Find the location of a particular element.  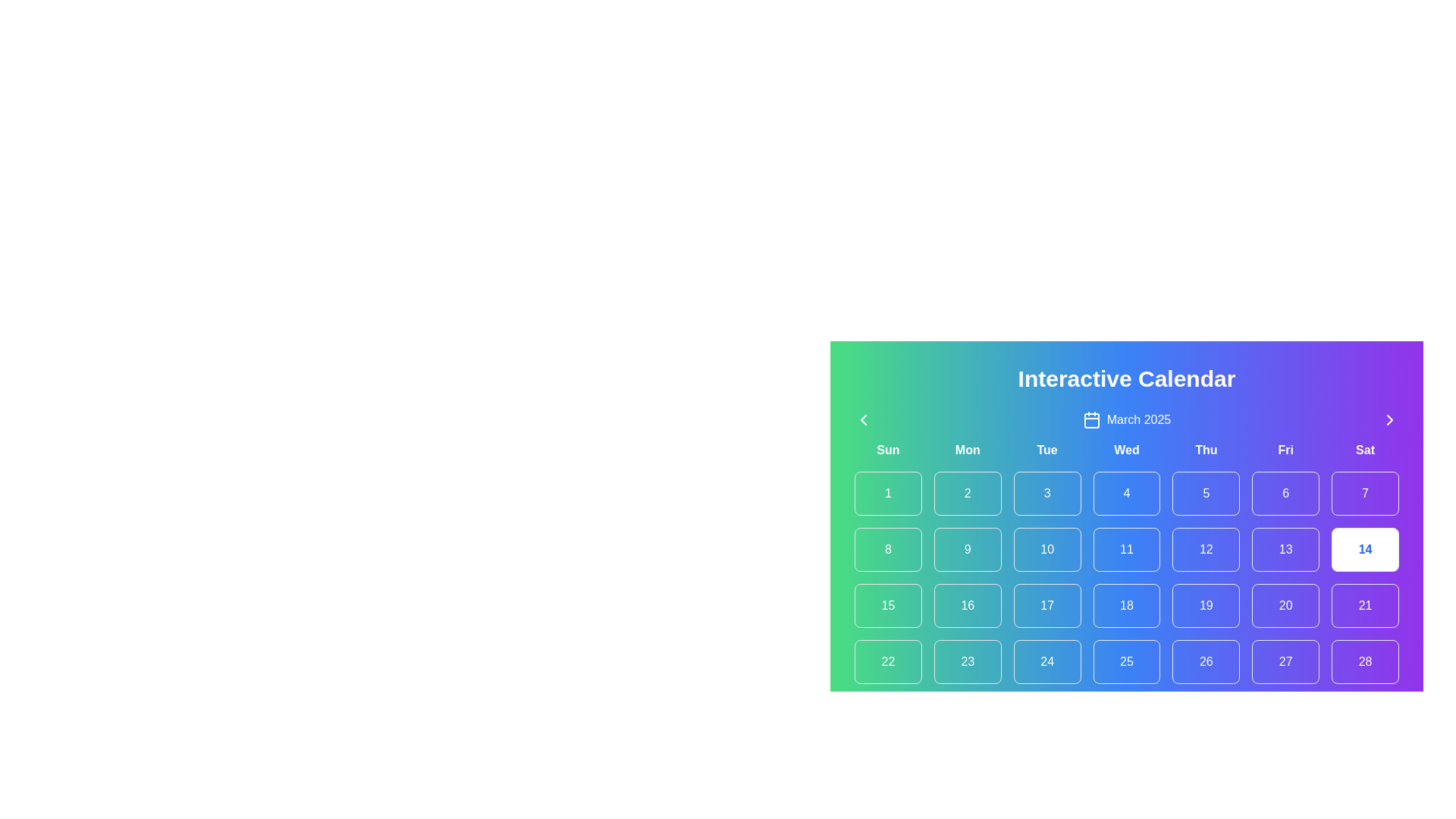

the text label 'Mon' which is bold and positioned in the days of the week row in the calendar interface is located at coordinates (967, 450).